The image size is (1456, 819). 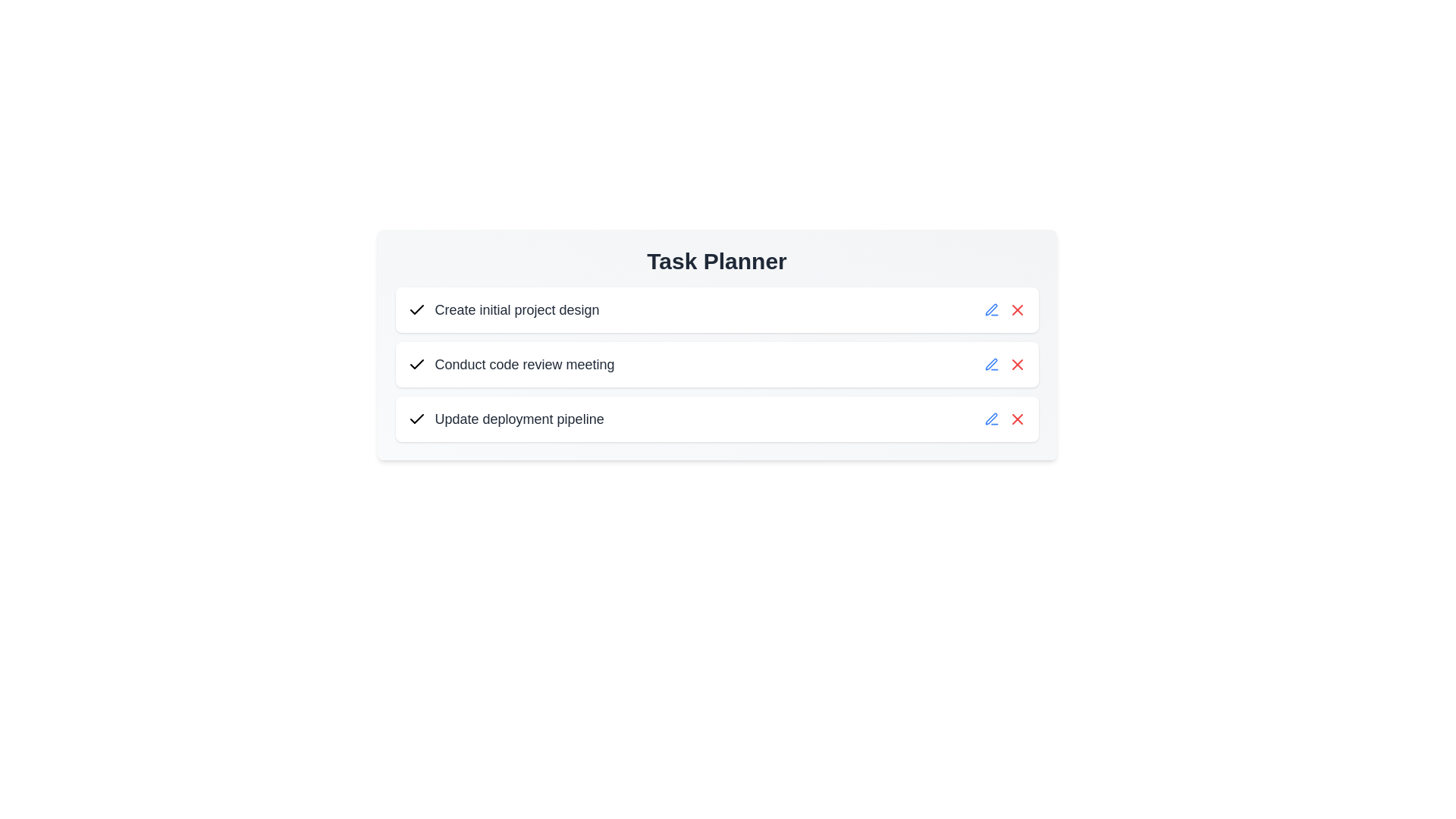 What do you see at coordinates (991, 309) in the screenshot?
I see `the blue pen icon associated with editing features in the task planner interface` at bounding box center [991, 309].